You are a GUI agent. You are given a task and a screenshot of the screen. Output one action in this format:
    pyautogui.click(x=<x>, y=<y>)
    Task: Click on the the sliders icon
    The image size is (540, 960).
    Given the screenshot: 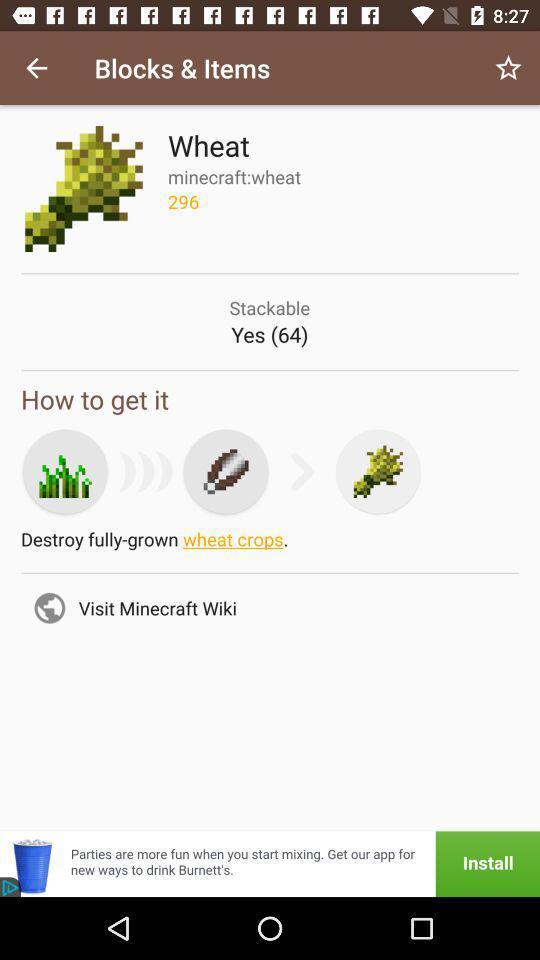 What is the action you would take?
    pyautogui.click(x=65, y=471)
    